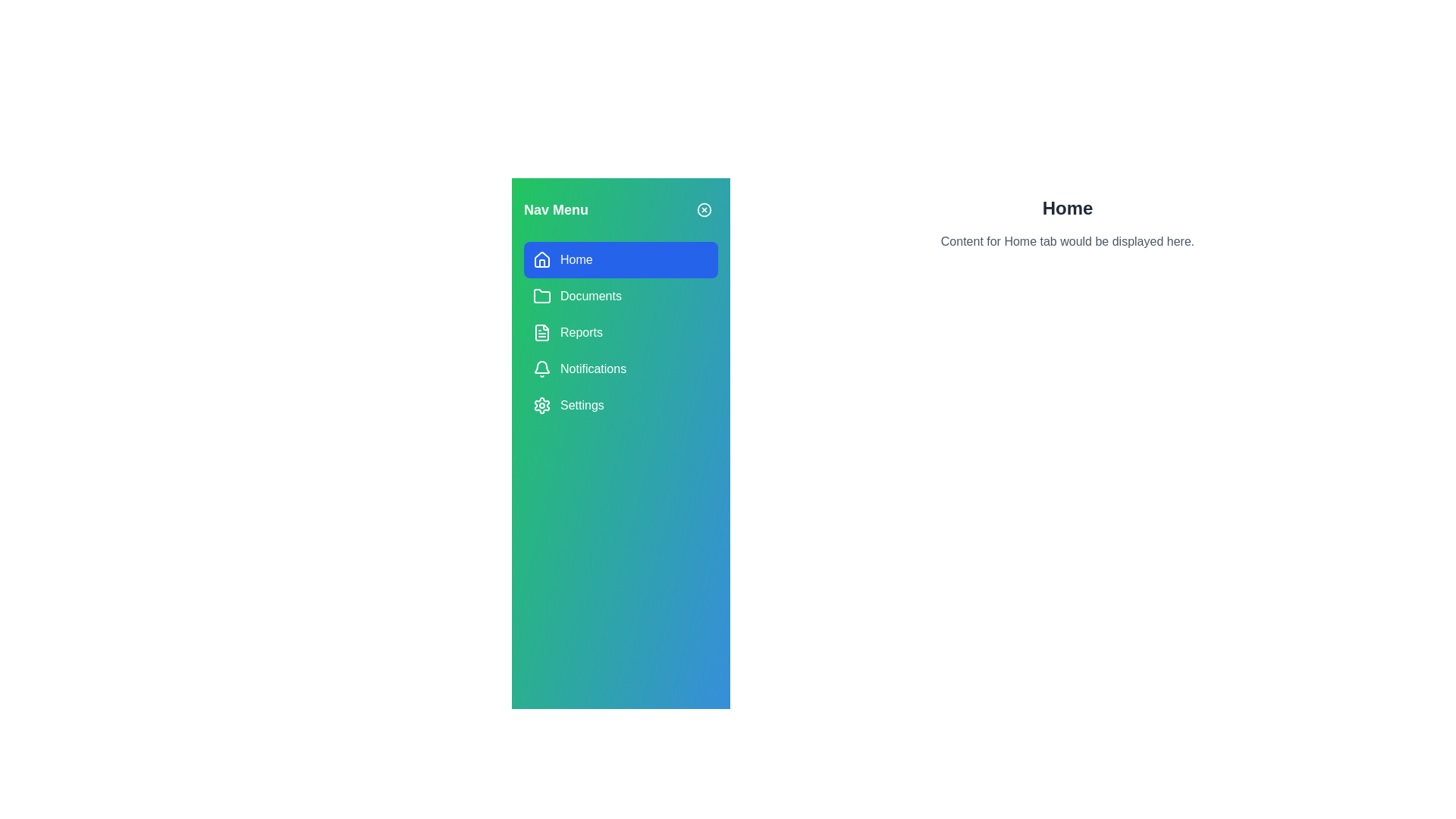  Describe the element at coordinates (621, 259) in the screenshot. I see `the tab Home in the navigation menu` at that location.